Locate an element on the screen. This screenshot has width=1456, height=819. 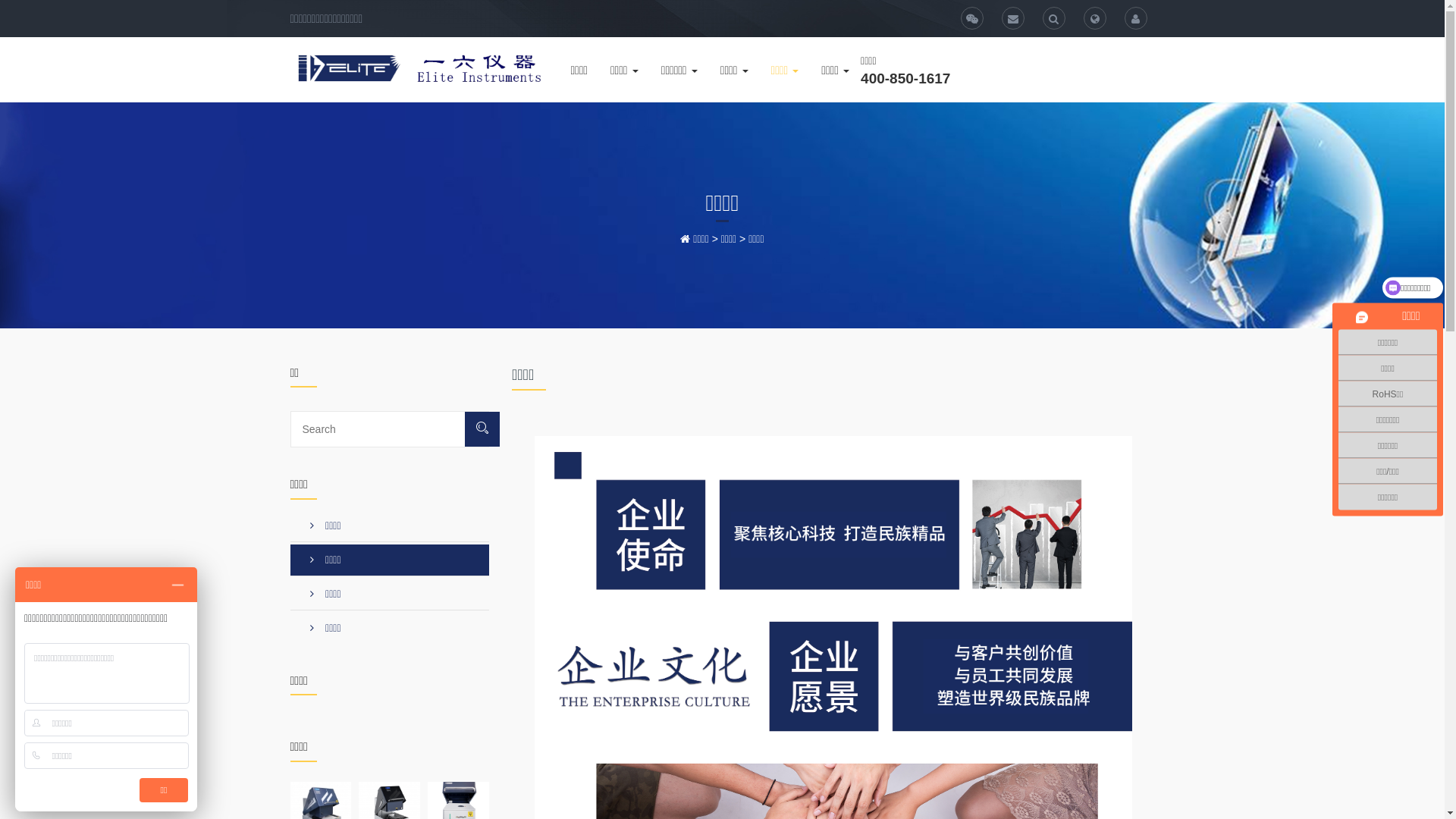
'Toggle Search' is located at coordinates (1041, 17).